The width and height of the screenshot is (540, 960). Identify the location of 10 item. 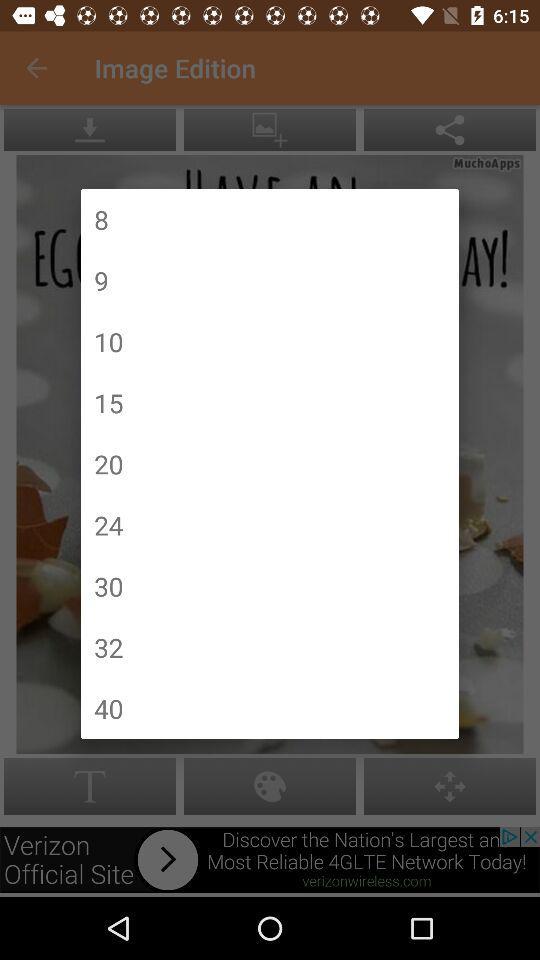
(108, 341).